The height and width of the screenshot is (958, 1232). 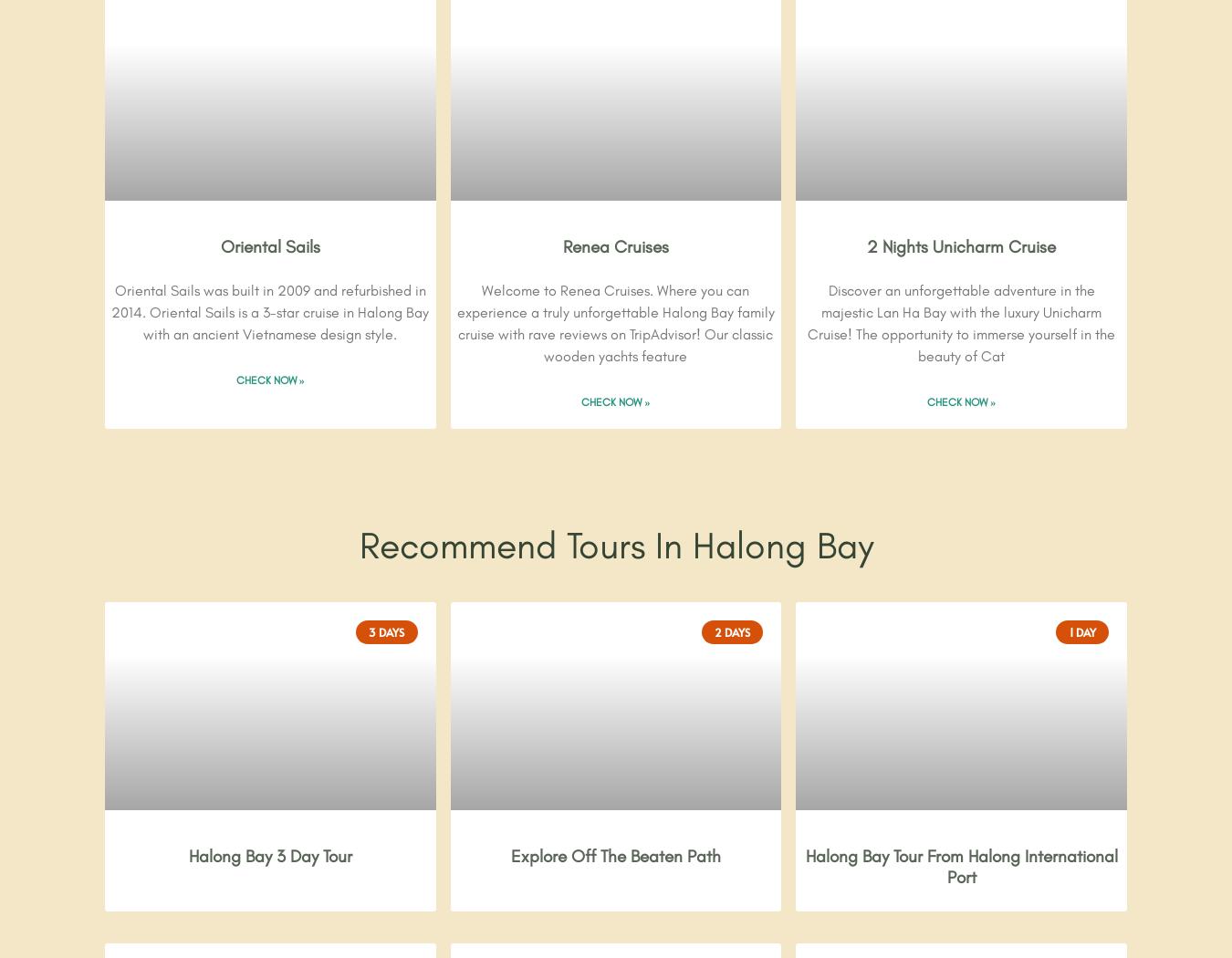 What do you see at coordinates (269, 312) in the screenshot?
I see `'Oriental Sails was built in 2009 and refurbished in 2014. Oriental Sails is a 3-star cruise in Halong Bay with an ancient Vietnamese design style.'` at bounding box center [269, 312].